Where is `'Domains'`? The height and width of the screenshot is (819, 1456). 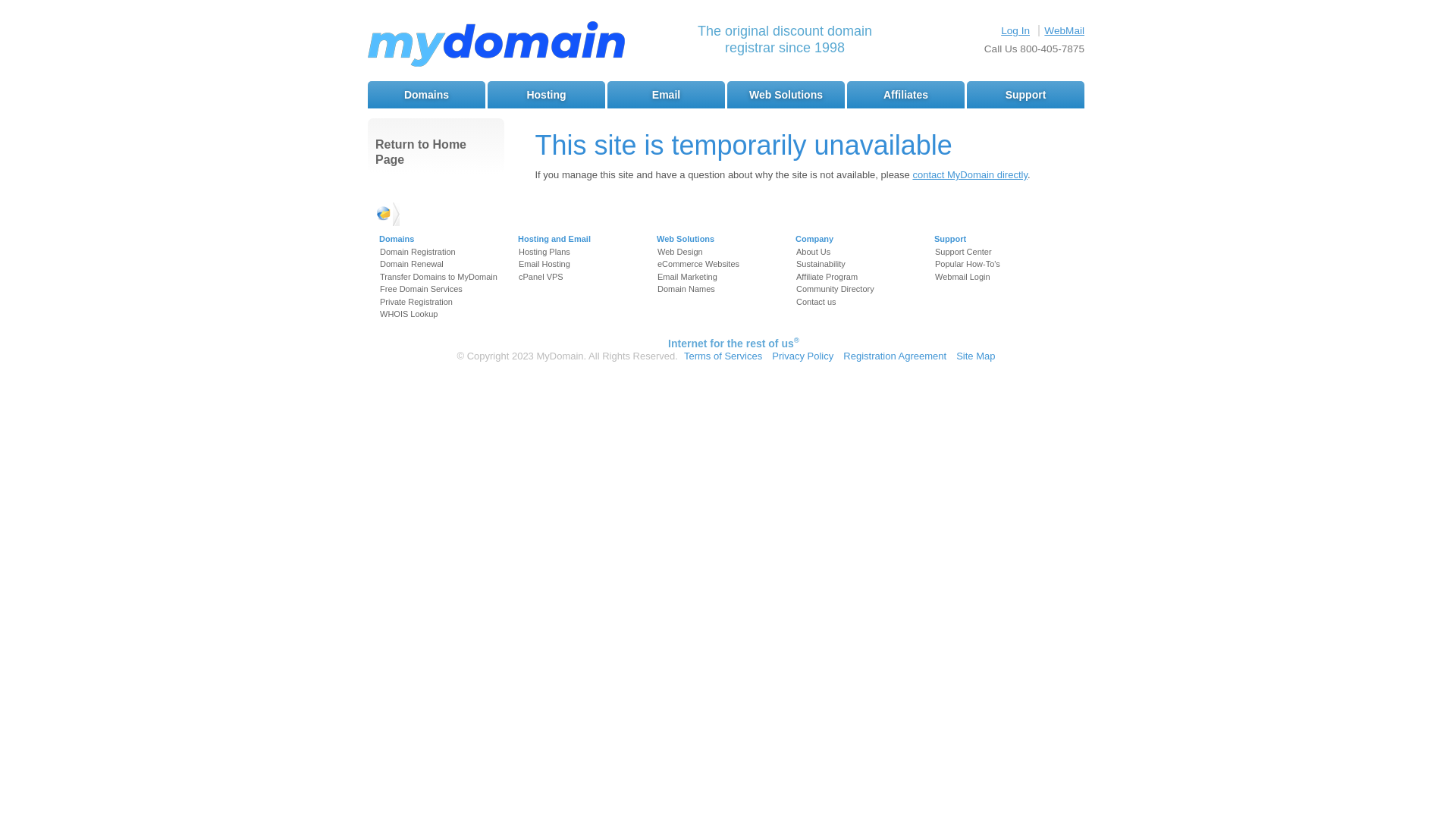 'Domains' is located at coordinates (397, 239).